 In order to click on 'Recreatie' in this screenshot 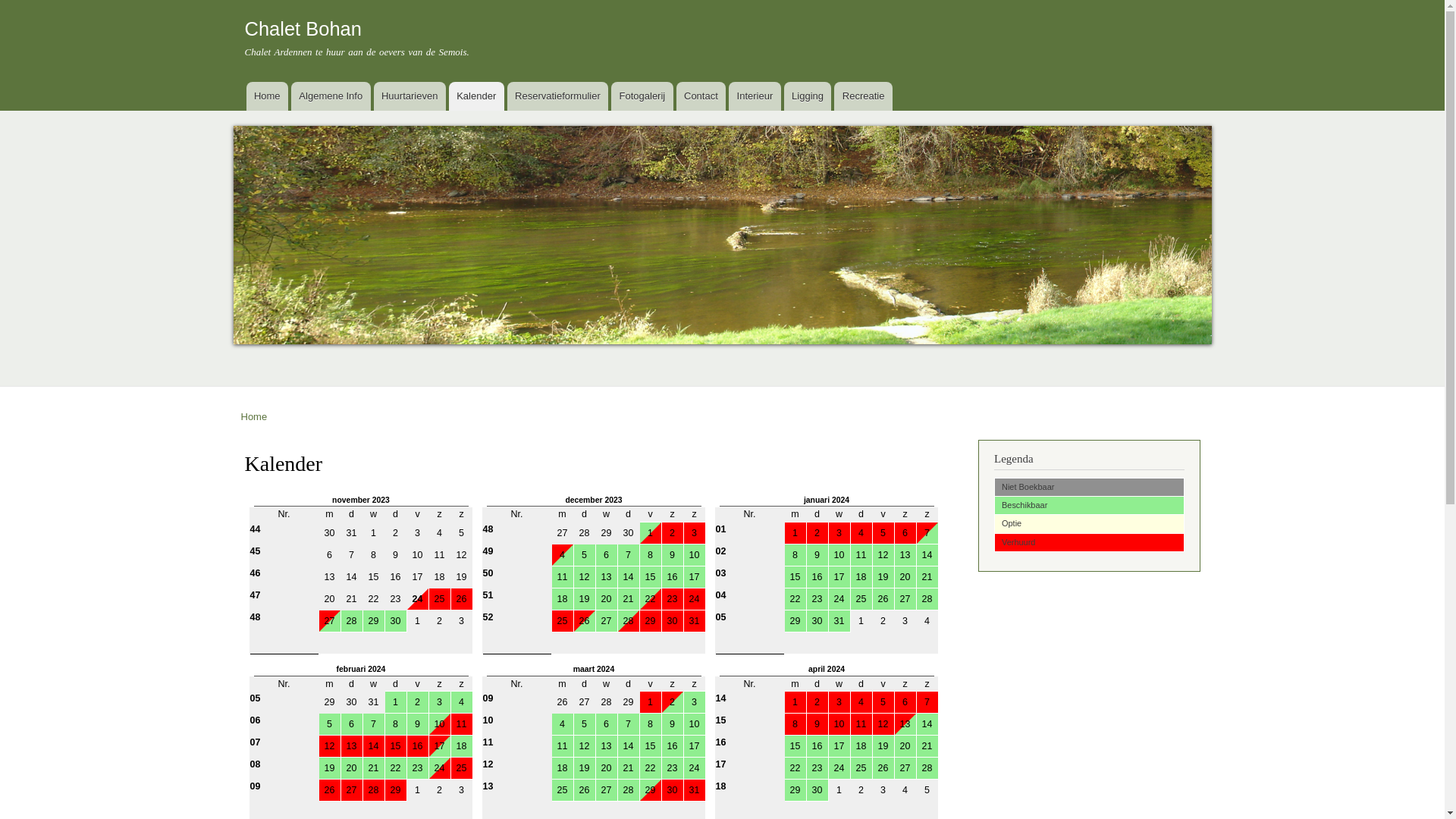, I will do `click(833, 96)`.